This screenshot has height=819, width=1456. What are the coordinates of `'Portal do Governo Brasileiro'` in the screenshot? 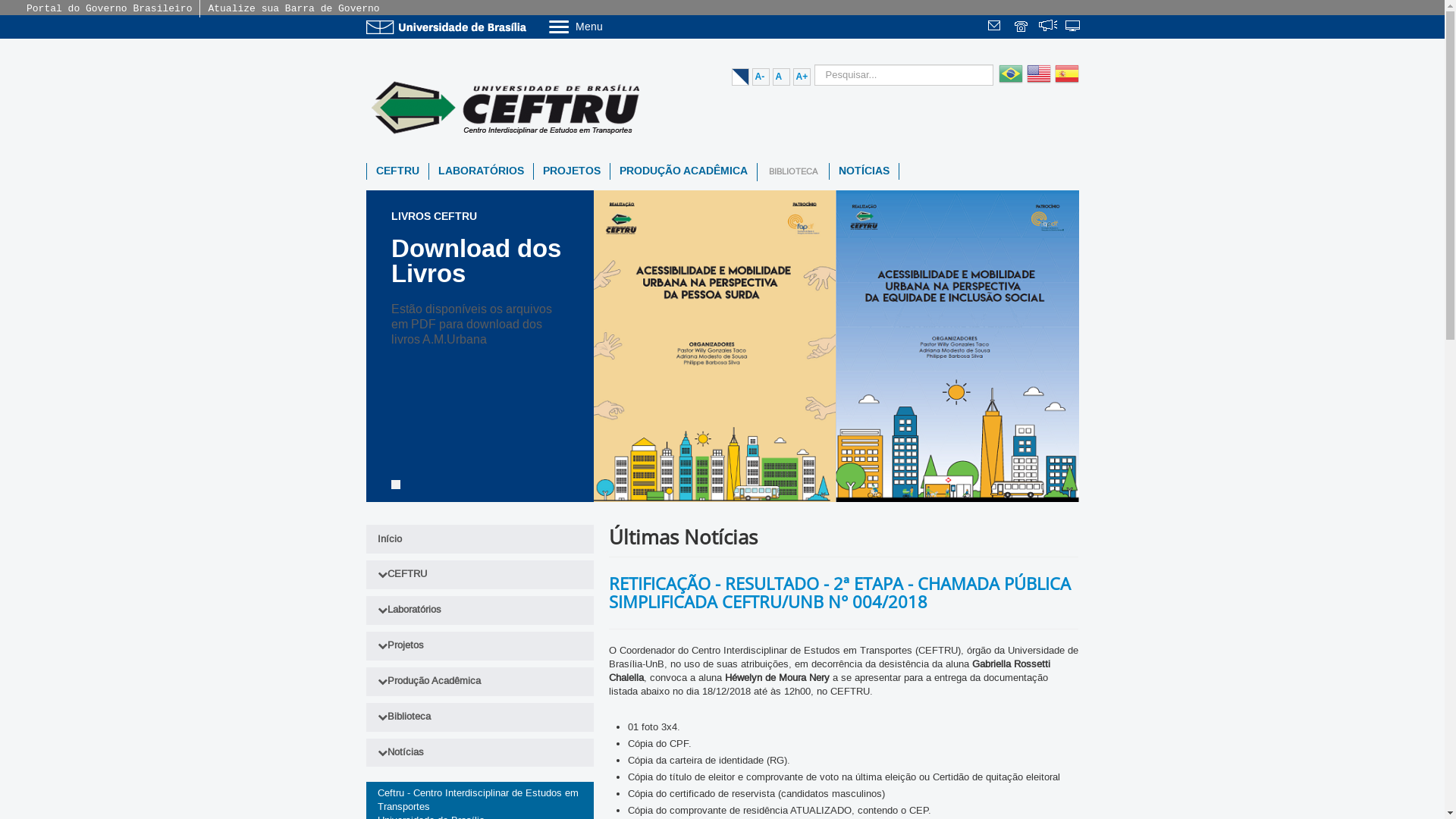 It's located at (108, 8).